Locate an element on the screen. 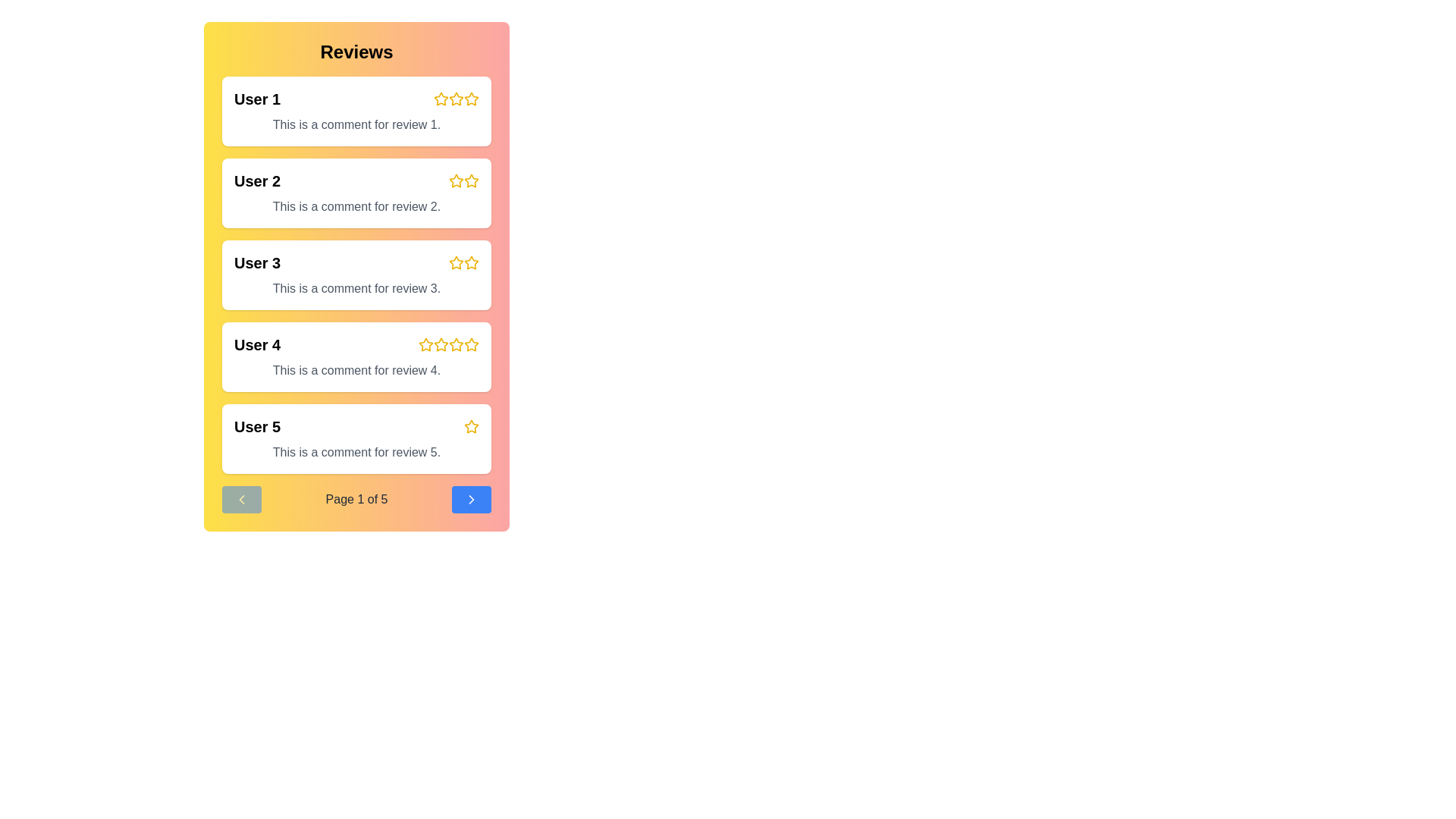  the fourth star is located at coordinates (469, 344).